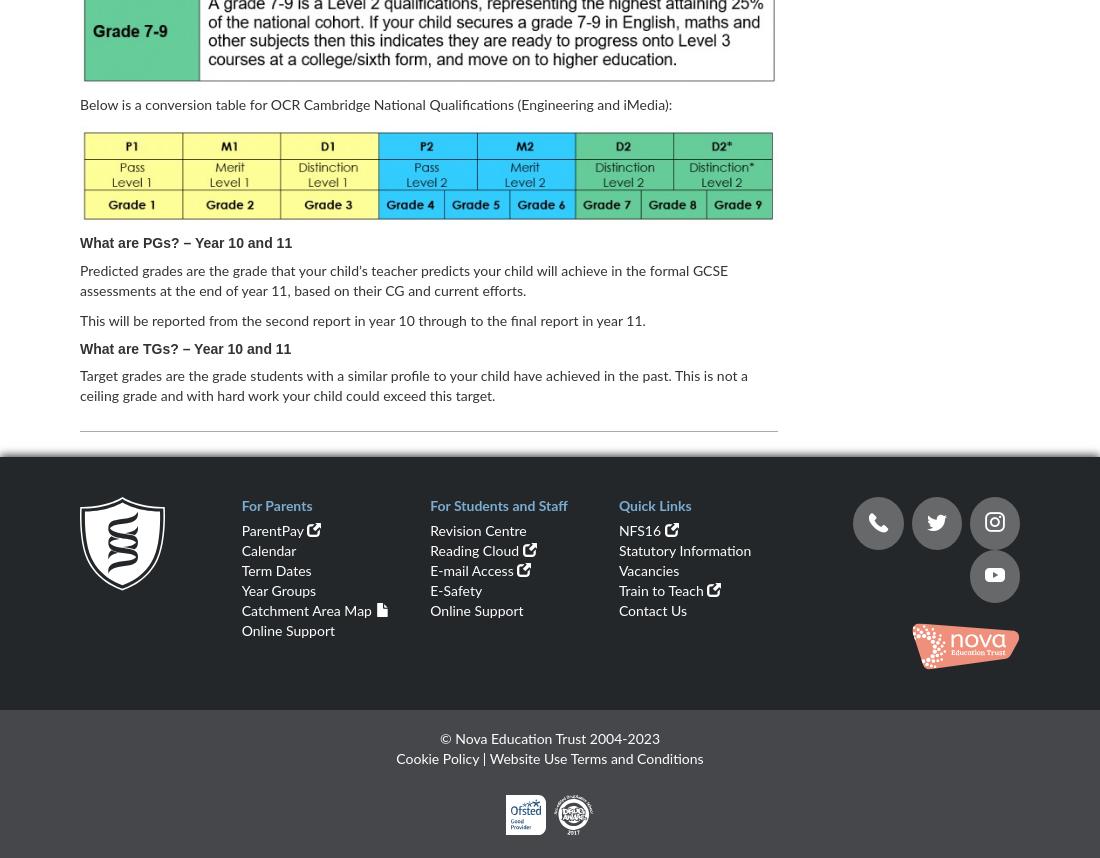 The width and height of the screenshot is (1100, 858). I want to click on 'For Parents', so click(241, 505).